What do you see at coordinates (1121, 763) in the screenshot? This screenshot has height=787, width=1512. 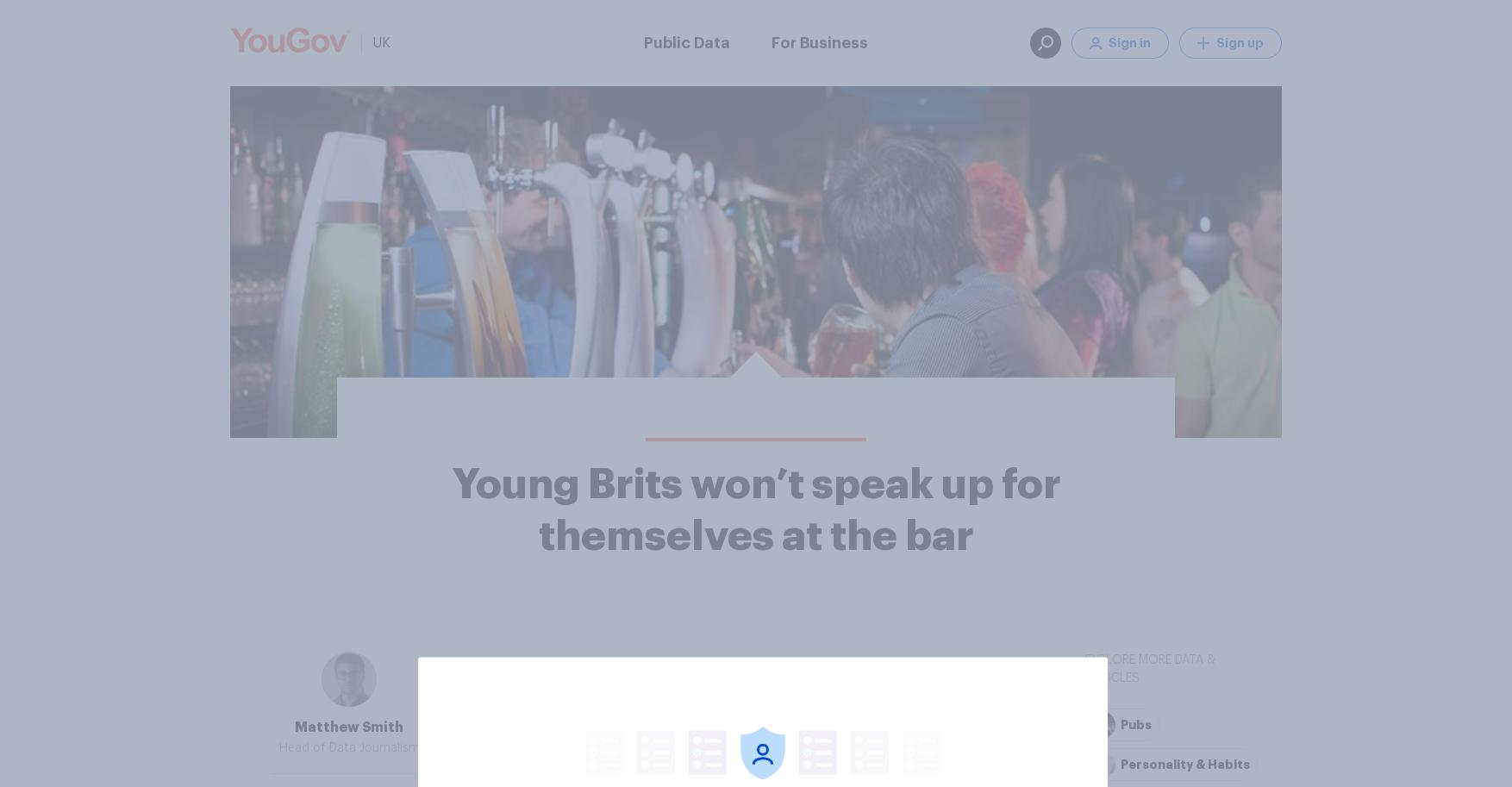 I see `'Personality & Habits'` at bounding box center [1121, 763].